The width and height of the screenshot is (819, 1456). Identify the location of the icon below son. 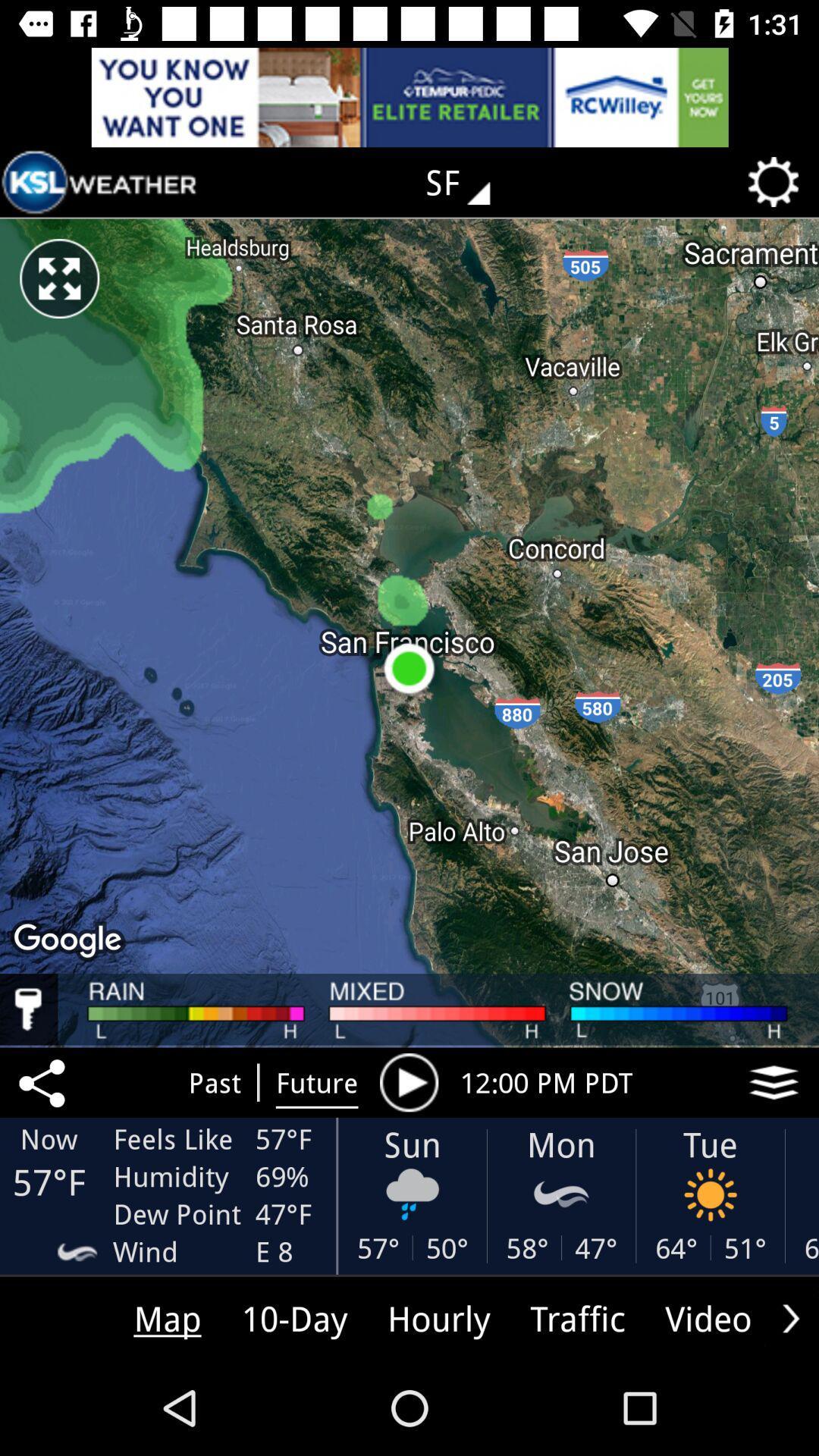
(412, 1194).